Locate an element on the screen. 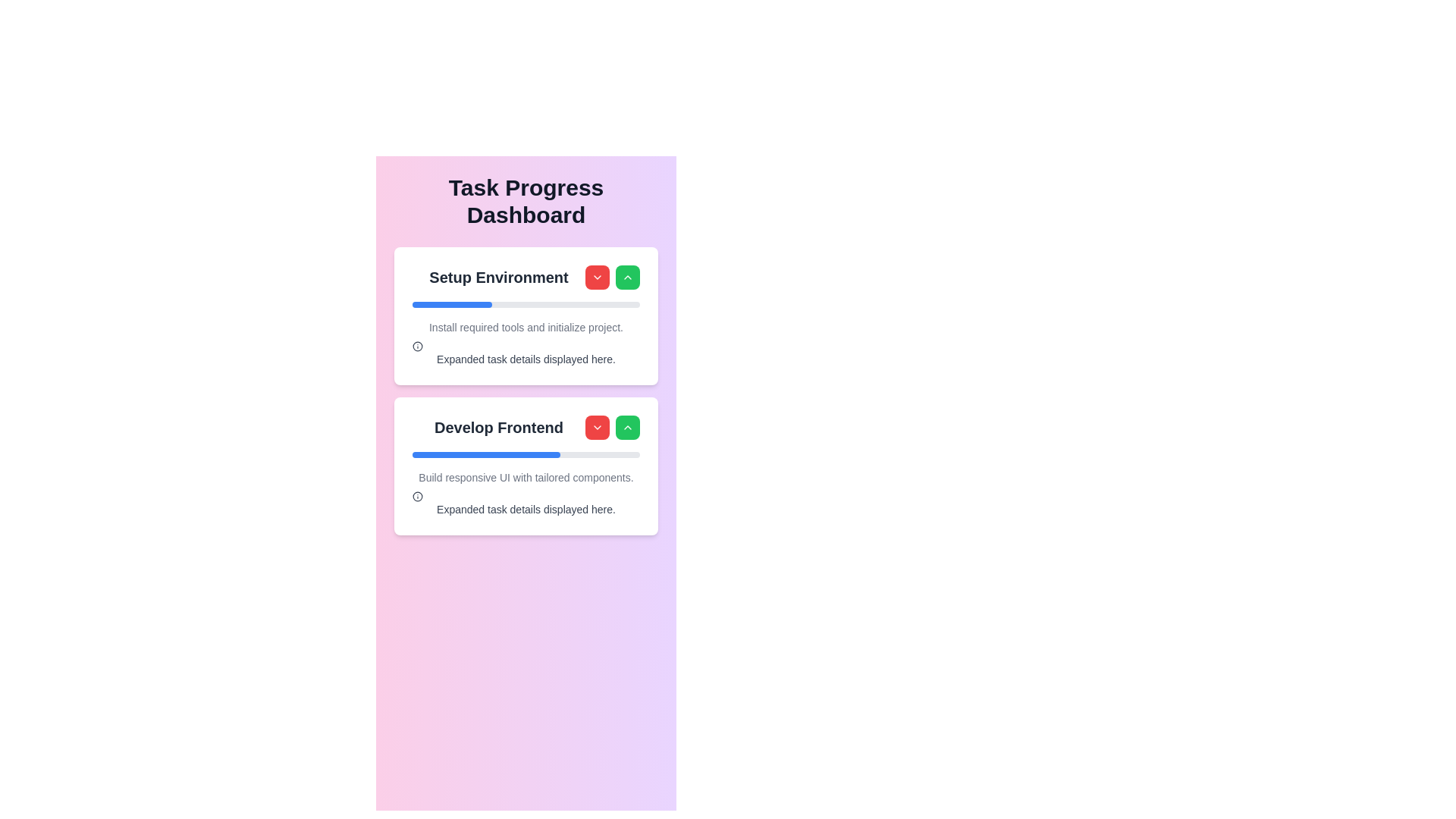 This screenshot has height=819, width=1456. the green circular button icon located at the top-right of the 'Setup Environment' card to observe potential changes or tooltips is located at coordinates (628, 427).